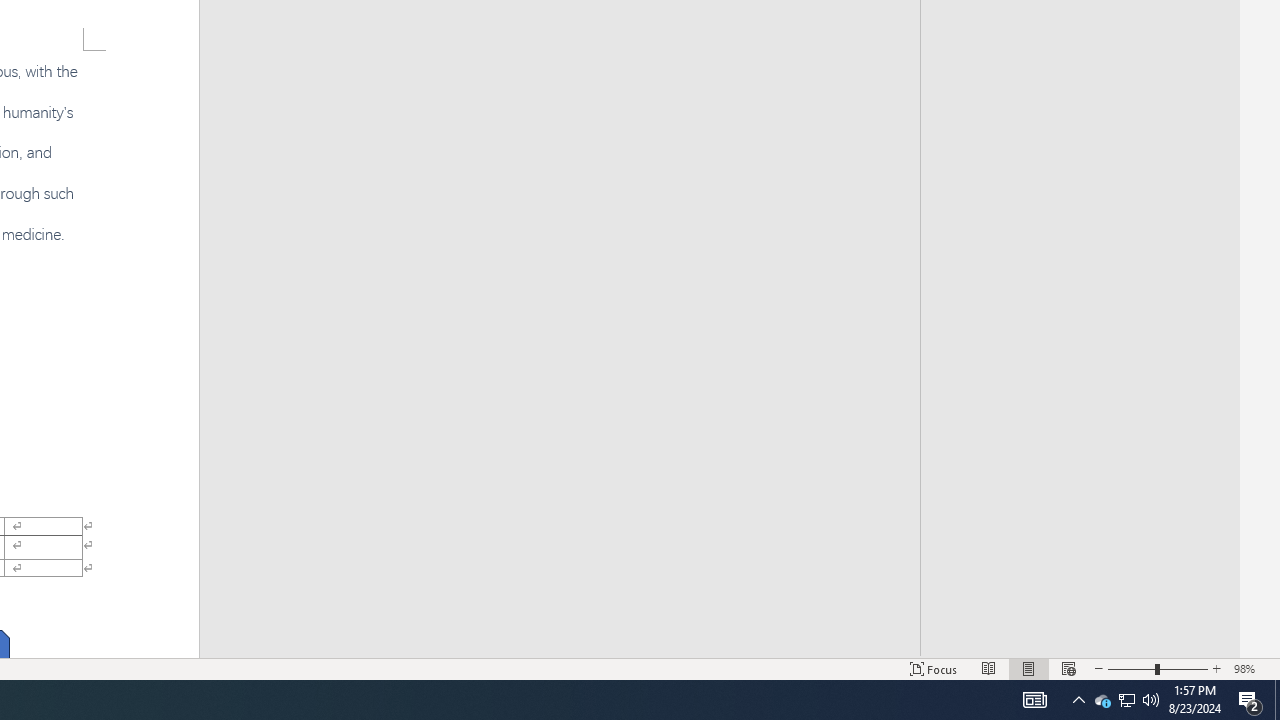 This screenshot has width=1280, height=720. I want to click on 'Print Layout', so click(1029, 669).